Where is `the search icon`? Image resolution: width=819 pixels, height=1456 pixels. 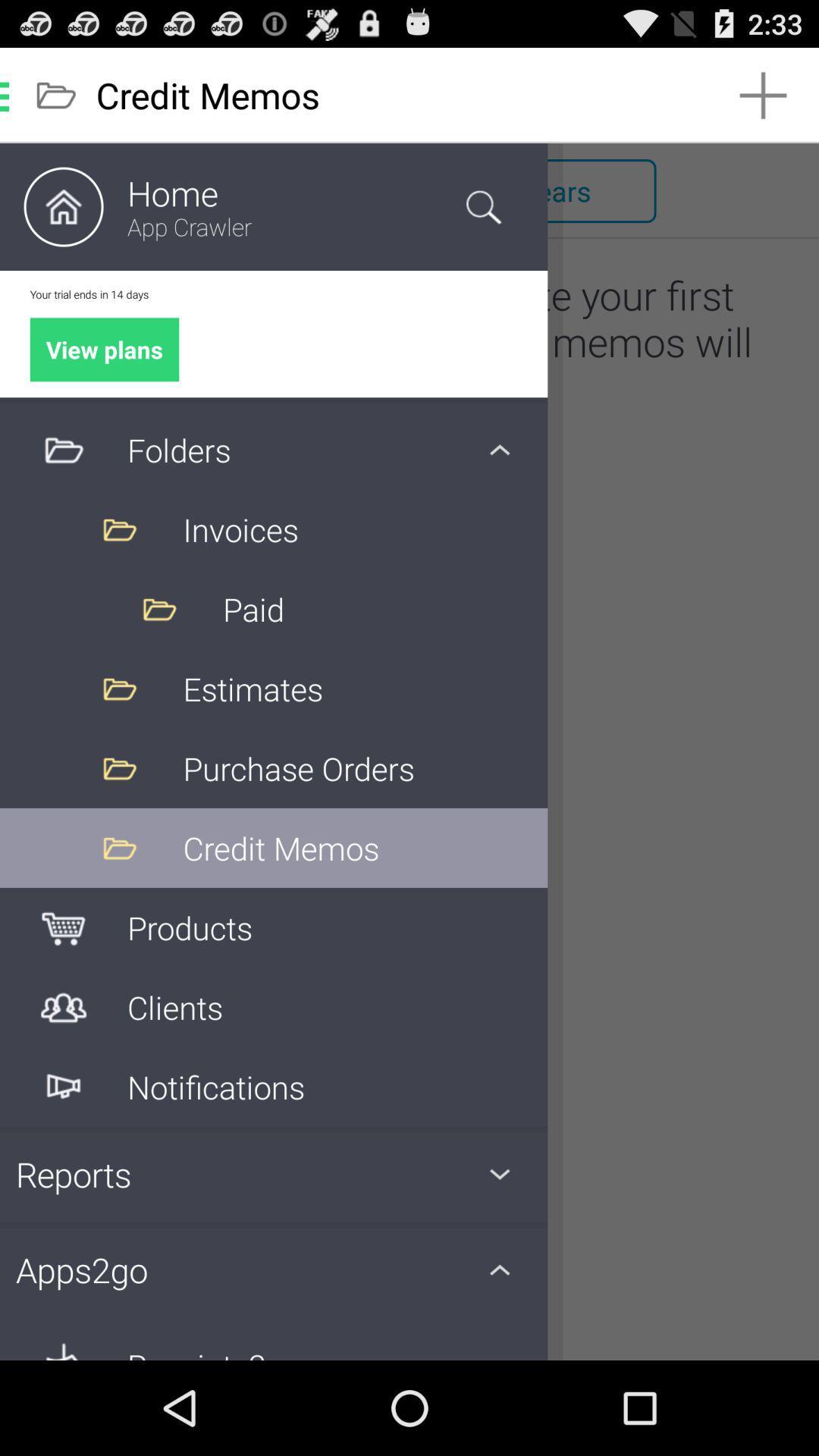
the search icon is located at coordinates (484, 221).